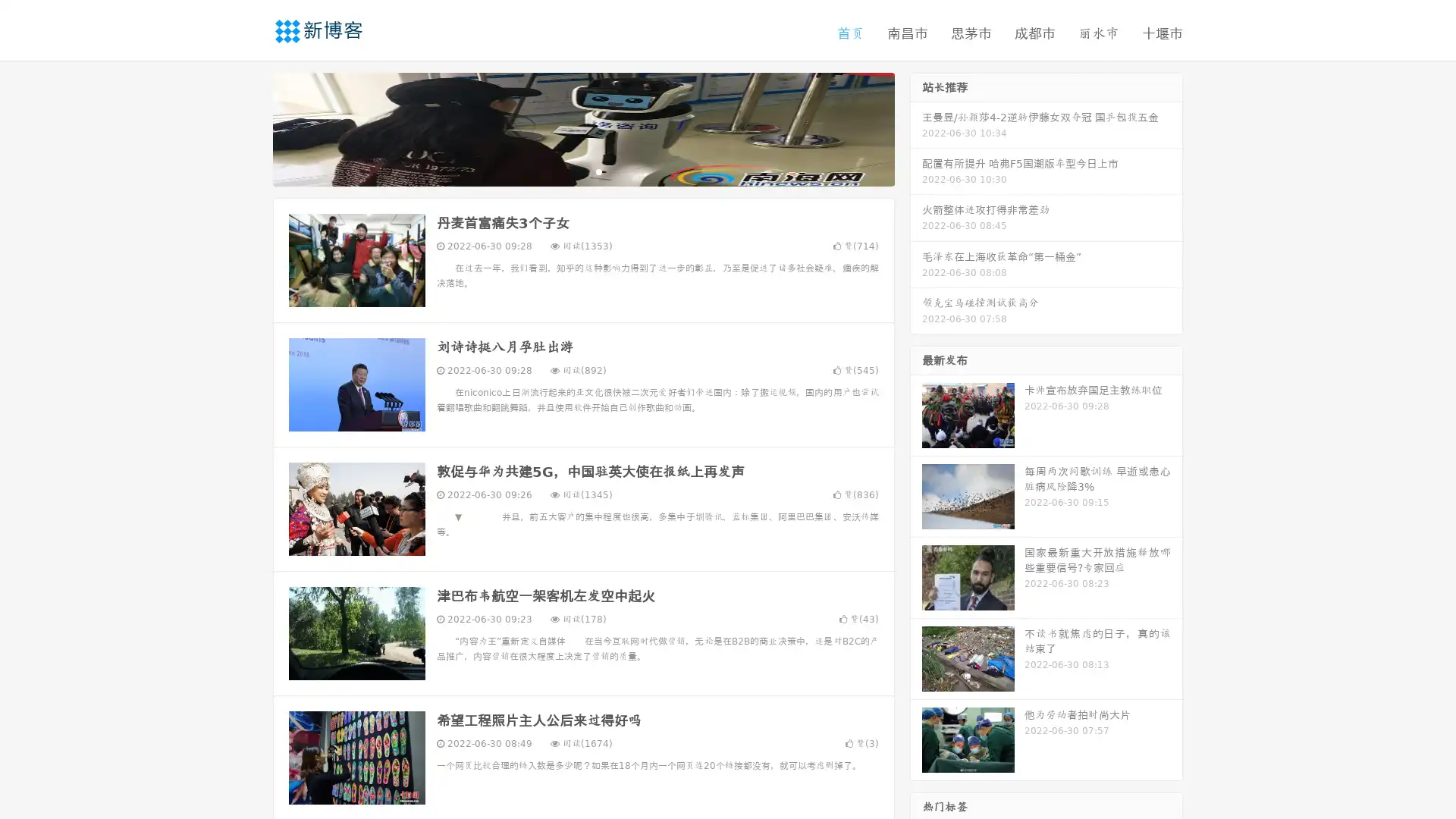 Image resolution: width=1456 pixels, height=819 pixels. What do you see at coordinates (567, 171) in the screenshot?
I see `Go to slide 1` at bounding box center [567, 171].